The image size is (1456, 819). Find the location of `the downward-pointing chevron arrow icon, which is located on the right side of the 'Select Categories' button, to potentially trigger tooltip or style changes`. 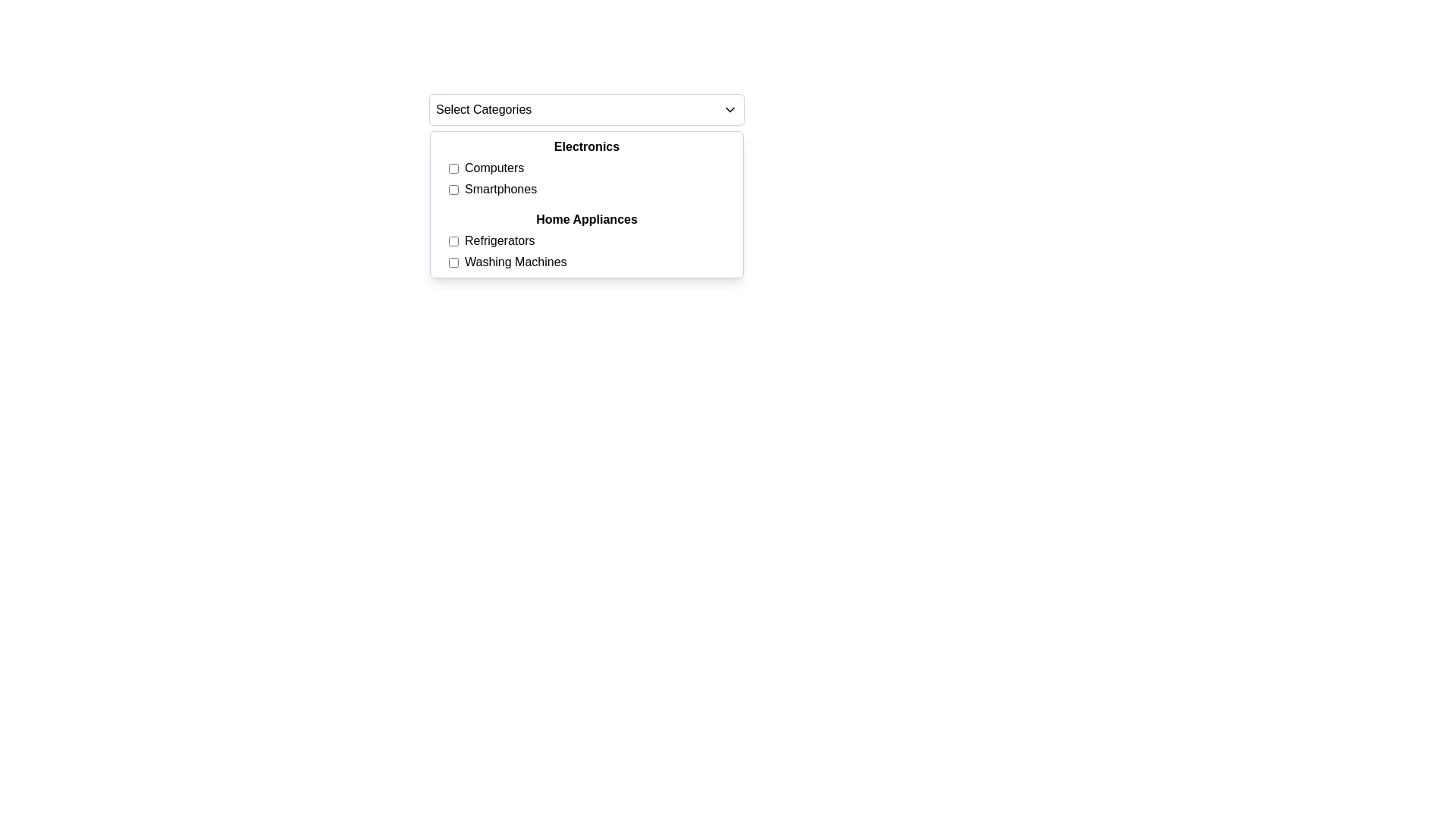

the downward-pointing chevron arrow icon, which is located on the right side of the 'Select Categories' button, to potentially trigger tooltip or style changes is located at coordinates (730, 109).